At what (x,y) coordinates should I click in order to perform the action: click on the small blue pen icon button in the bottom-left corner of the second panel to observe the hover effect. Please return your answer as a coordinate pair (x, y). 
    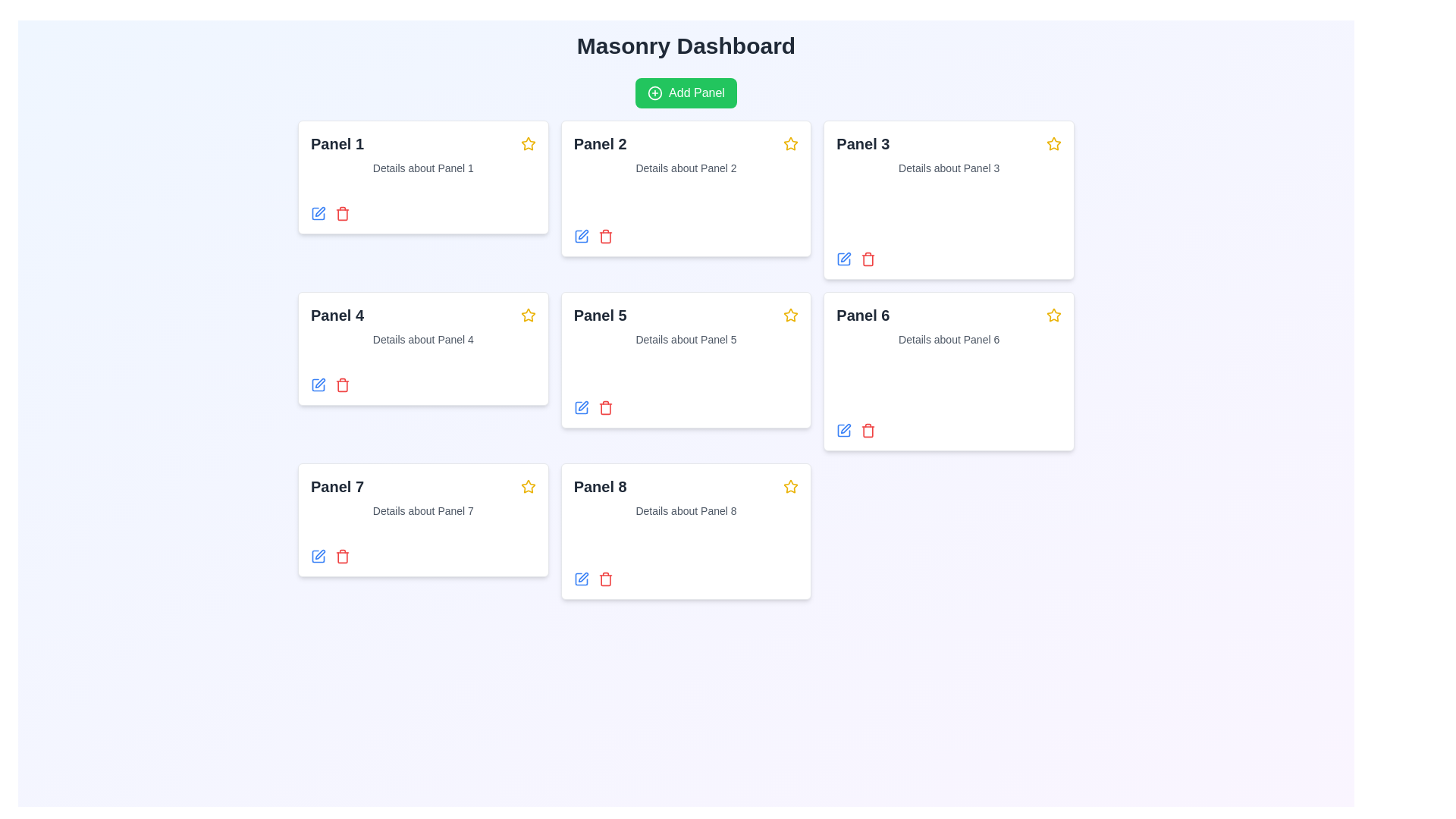
    Looking at the image, I should click on (580, 237).